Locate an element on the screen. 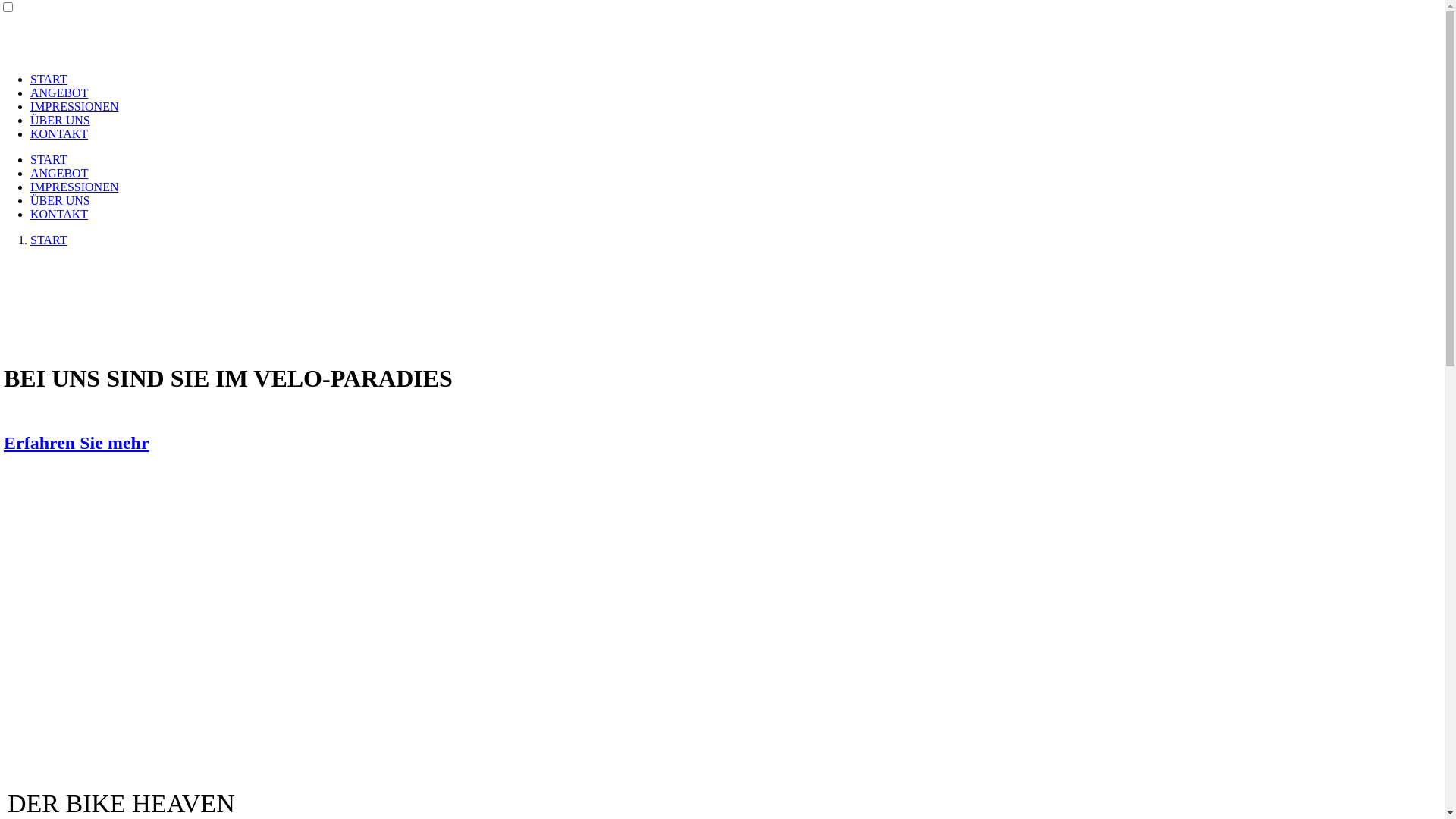 This screenshot has width=1456, height=819. 'IMPRESSIONEN' is located at coordinates (73, 186).